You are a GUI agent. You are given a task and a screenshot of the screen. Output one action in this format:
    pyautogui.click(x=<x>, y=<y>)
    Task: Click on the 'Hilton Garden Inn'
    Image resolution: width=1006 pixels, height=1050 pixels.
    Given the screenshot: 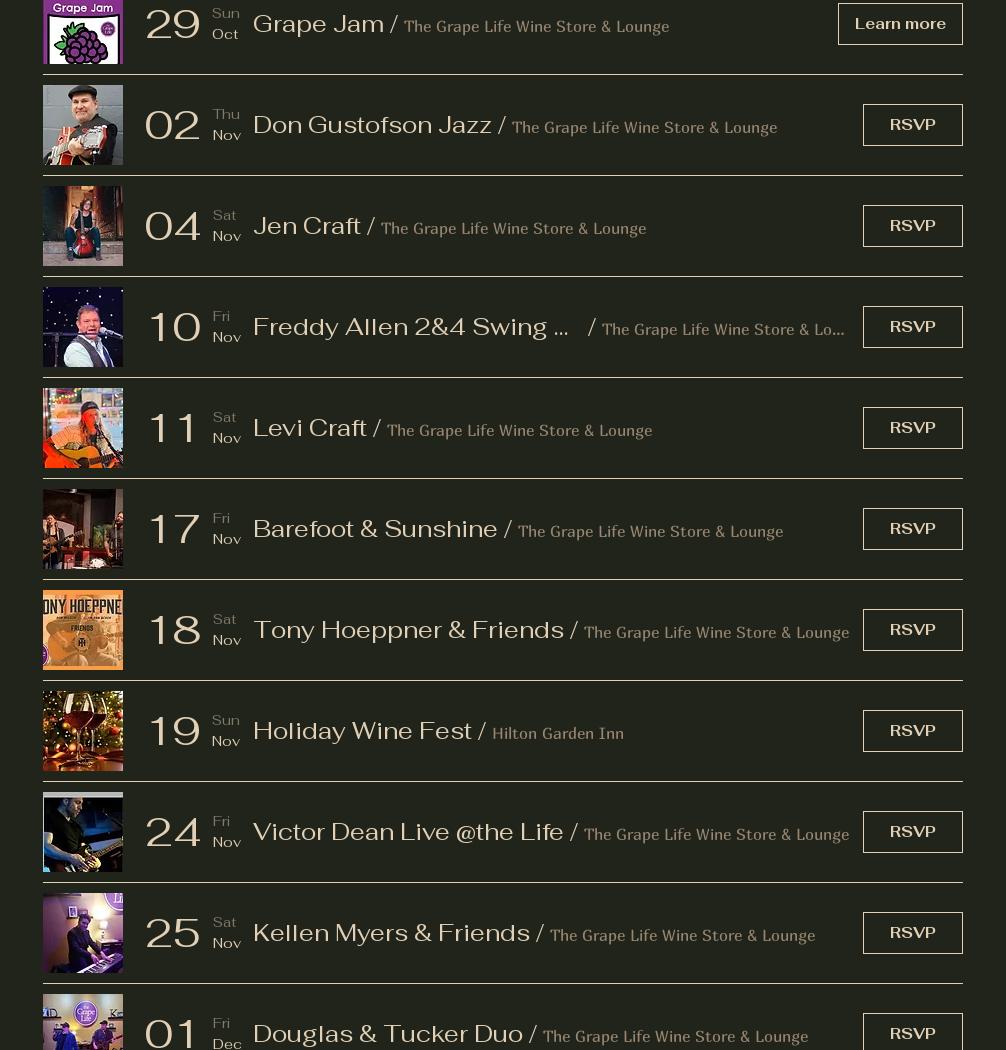 What is the action you would take?
    pyautogui.click(x=558, y=730)
    